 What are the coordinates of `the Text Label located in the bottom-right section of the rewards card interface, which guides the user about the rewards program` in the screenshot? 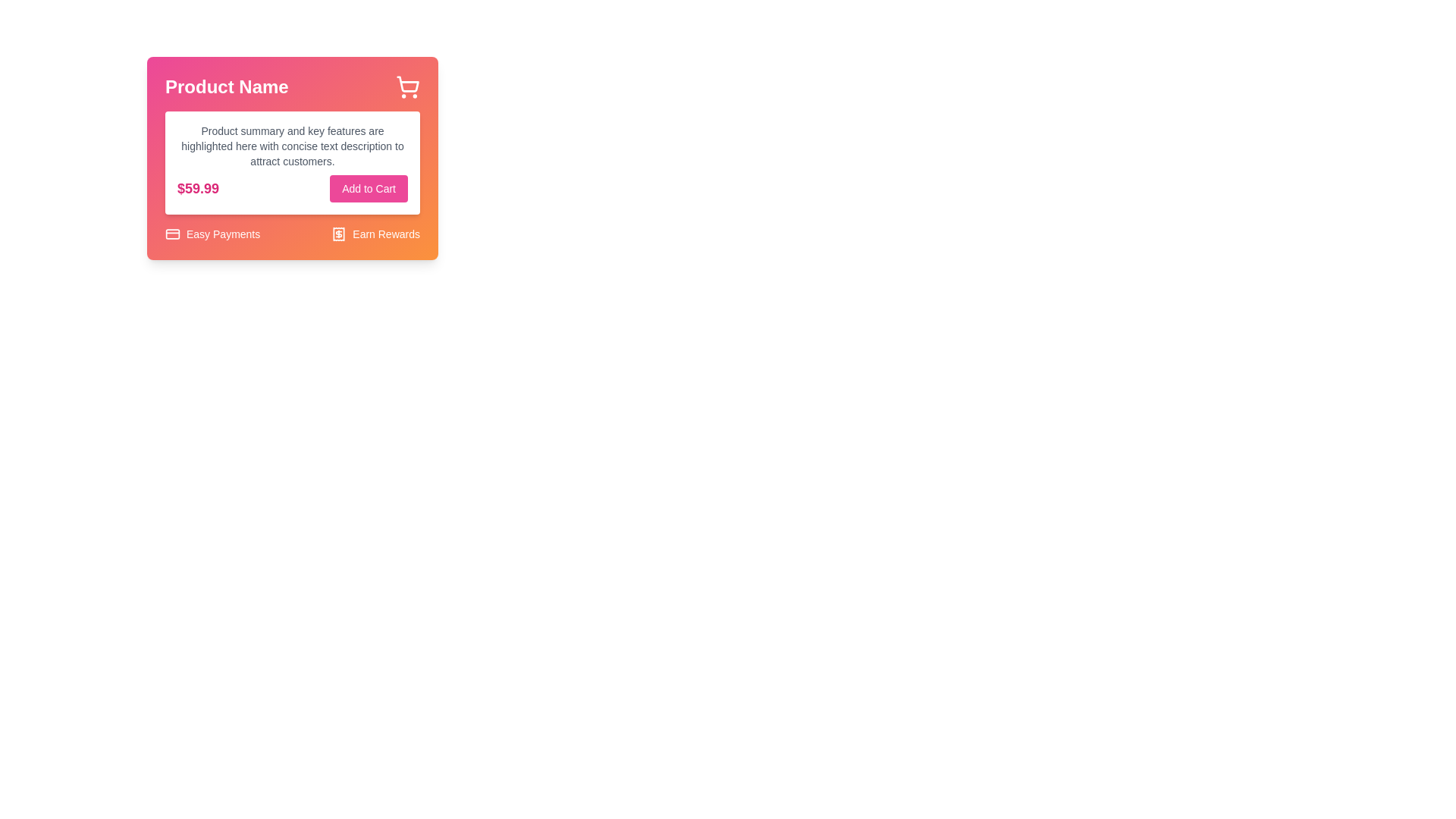 It's located at (386, 234).